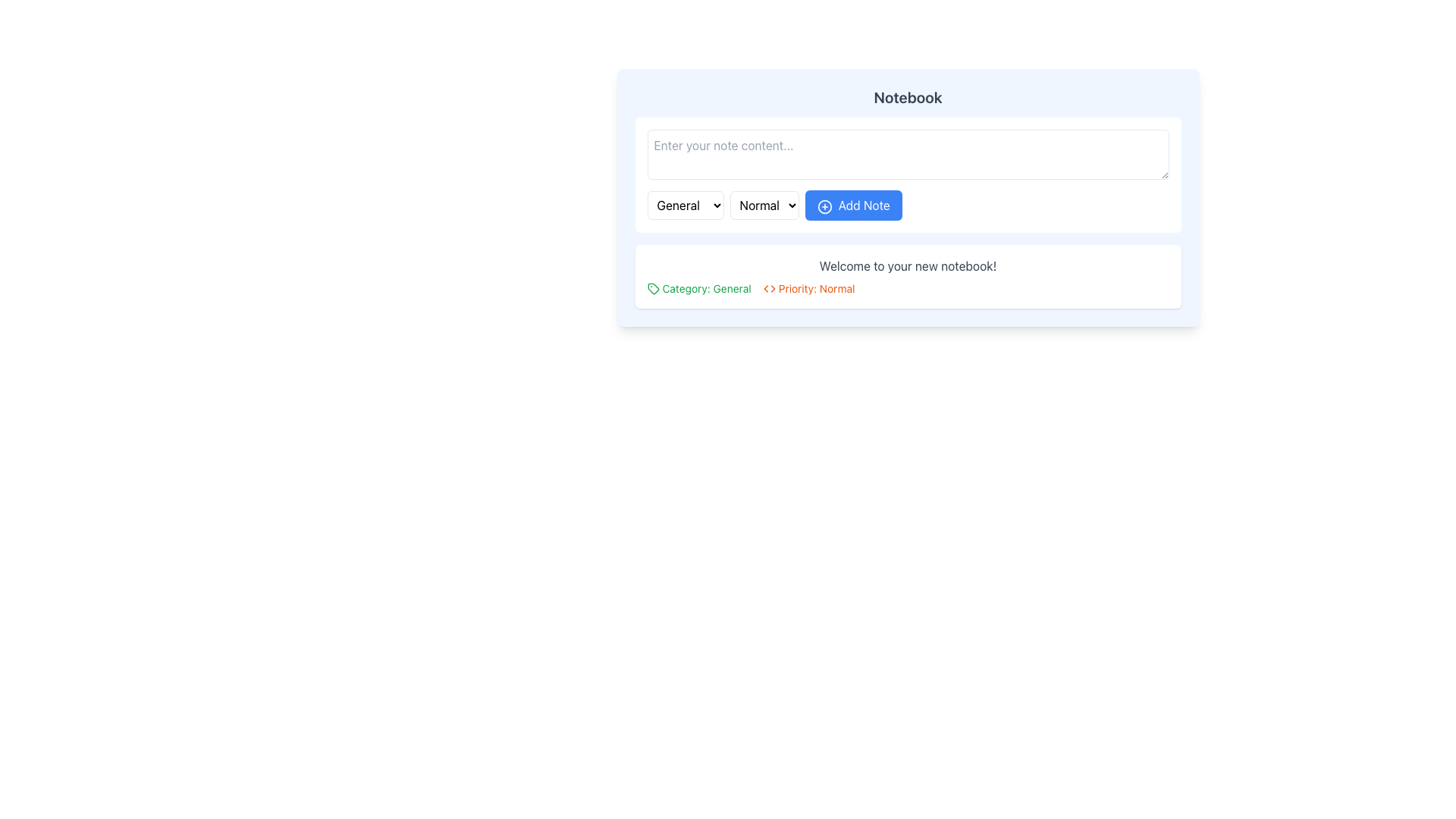  Describe the element at coordinates (908, 265) in the screenshot. I see `text content of the Text Display that says 'Welcome to your new notebook!', which is styled in gray color and located in a white rounded box centered in the lower half of the visible card component` at that location.